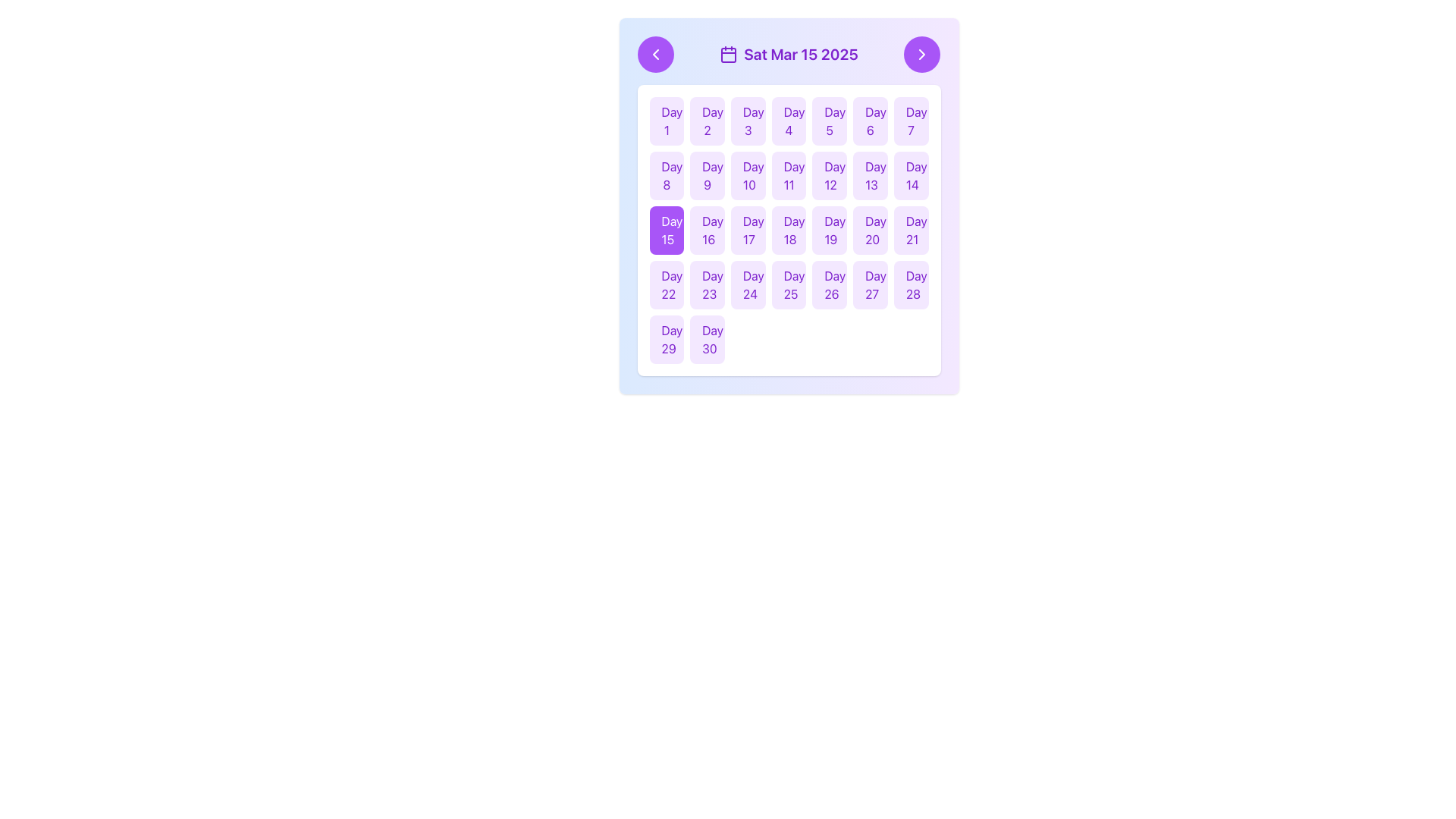  I want to click on the 'Day 18' button, which is a purple-outline button with white background and purple text, so click(789, 231).